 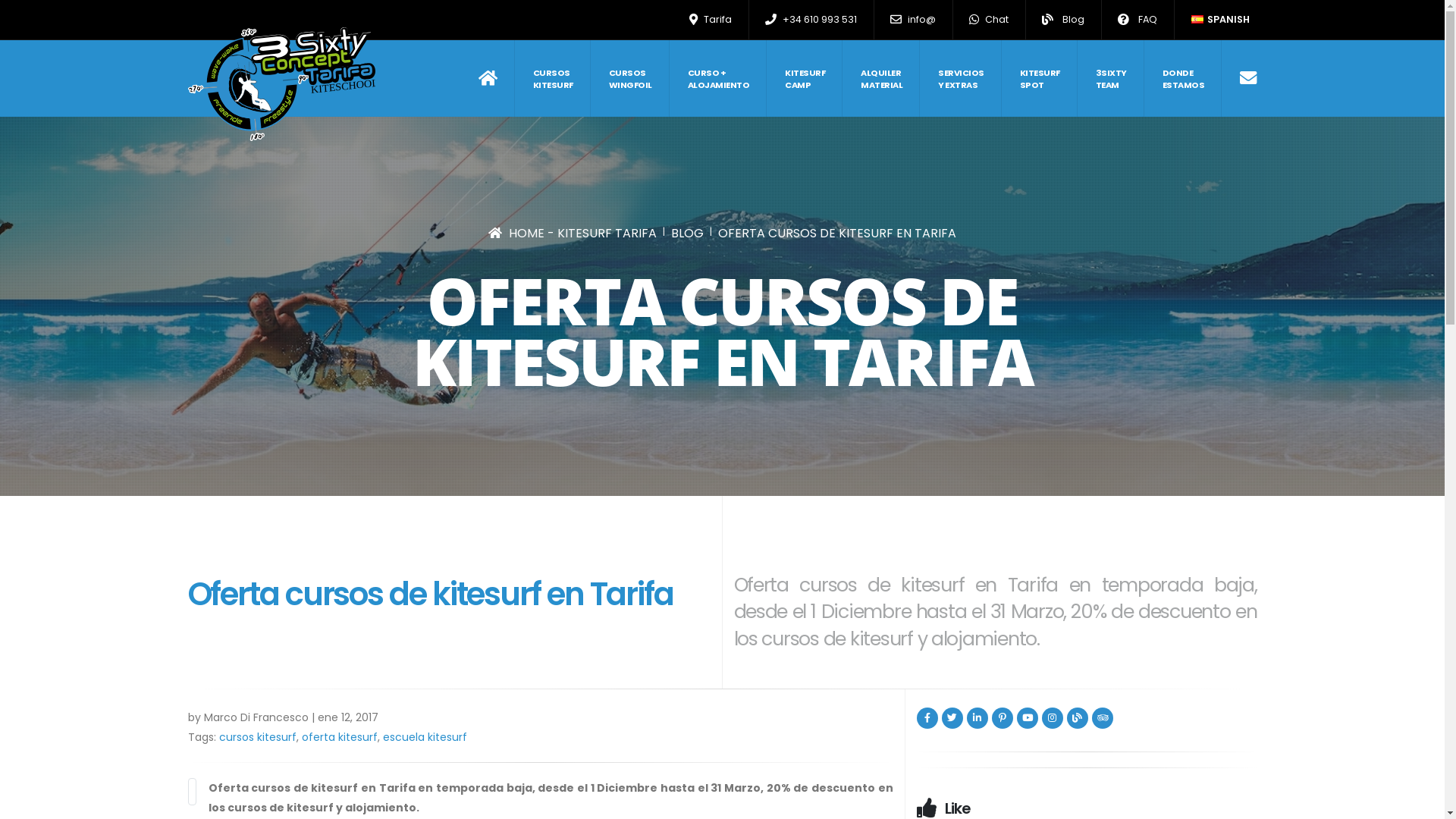 What do you see at coordinates (686, 233) in the screenshot?
I see `'BLOG'` at bounding box center [686, 233].